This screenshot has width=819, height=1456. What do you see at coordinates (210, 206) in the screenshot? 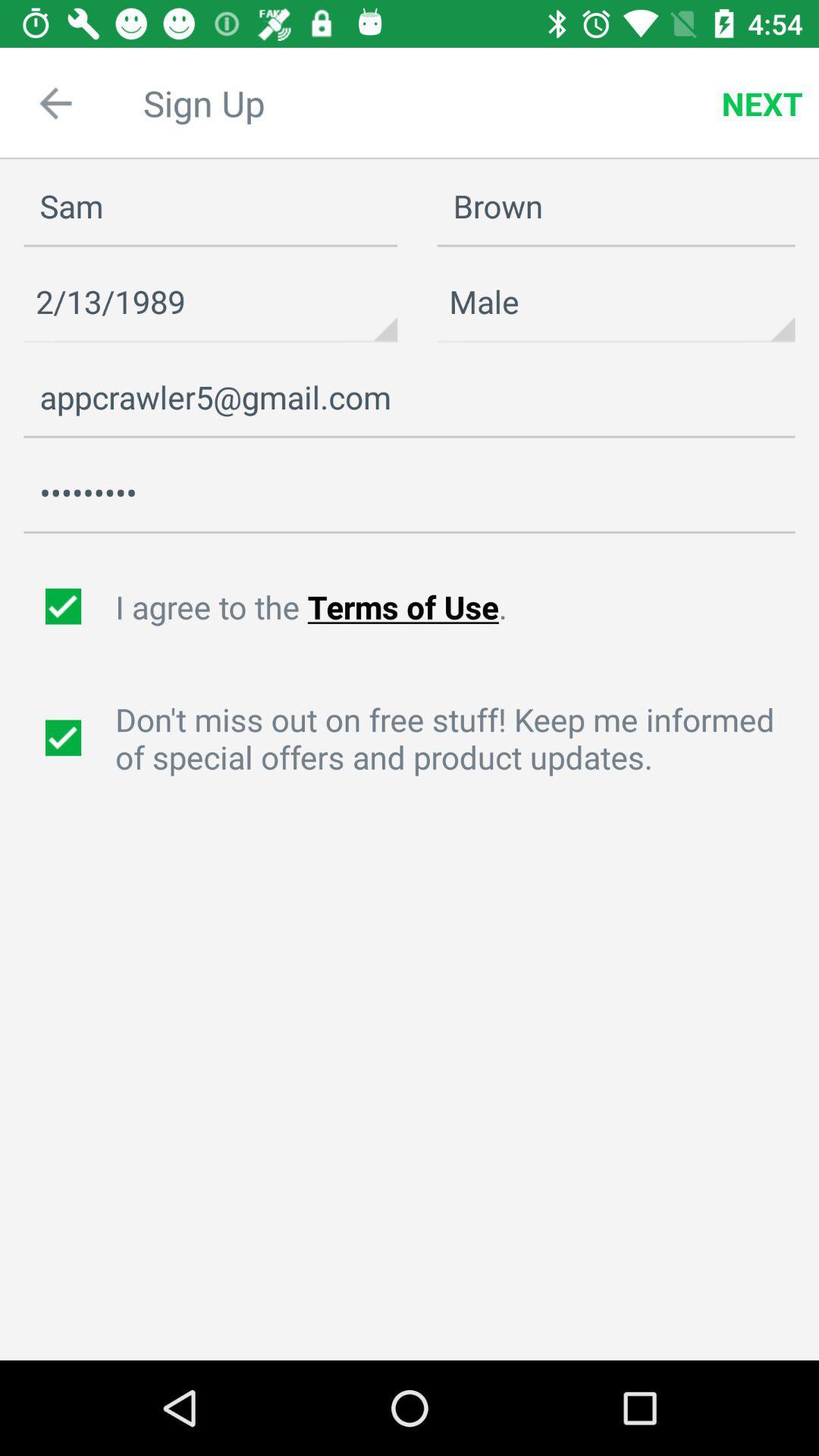
I see `the first name text box` at bounding box center [210, 206].